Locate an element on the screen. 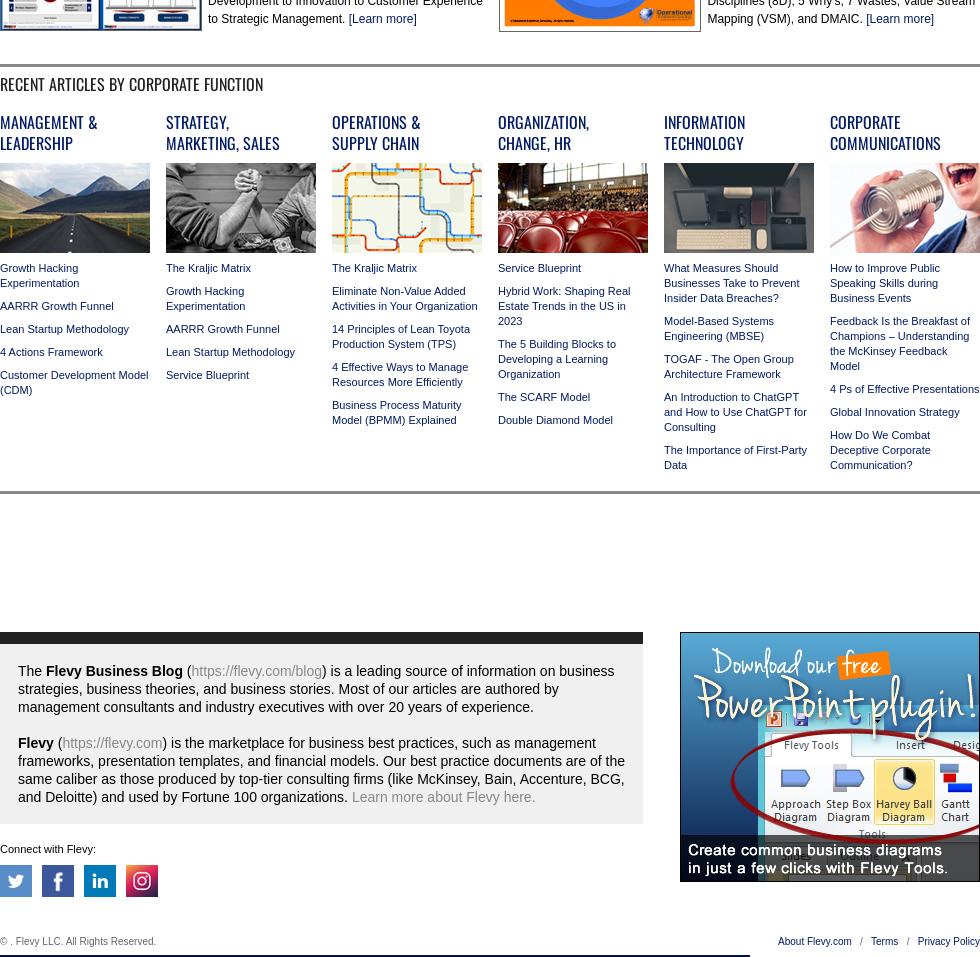  '4 Ps of Effective Presentations' is located at coordinates (904, 388).